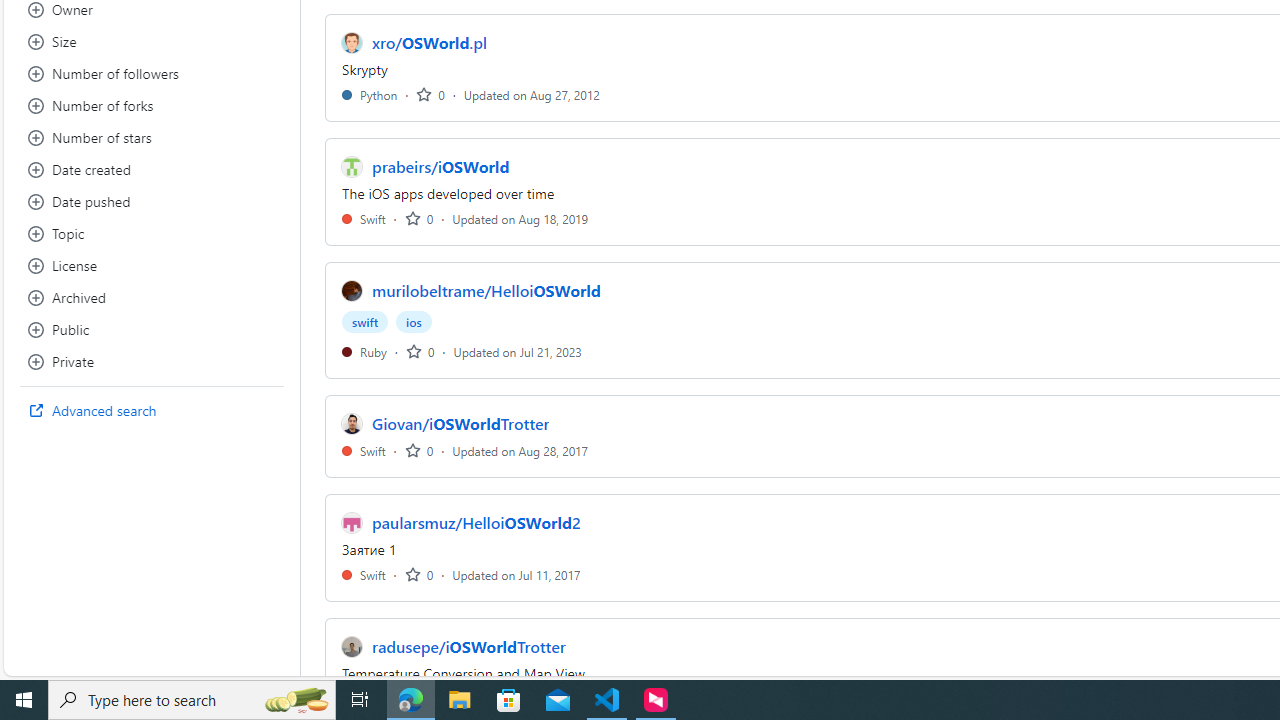  Describe the element at coordinates (364, 350) in the screenshot. I see `'Ruby'` at that location.